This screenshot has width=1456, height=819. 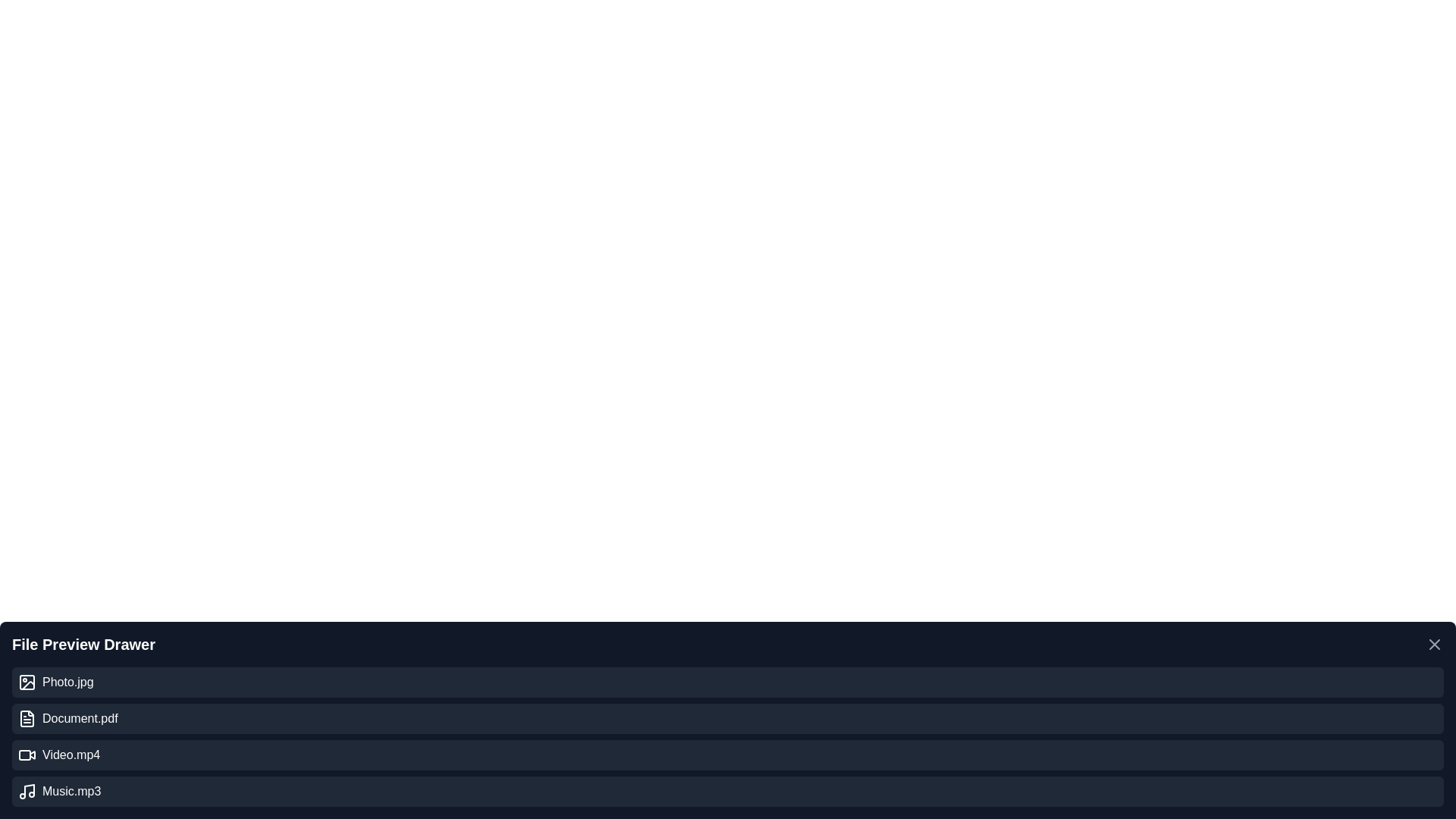 I want to click on the small video camera icon, which is located to the left of the filename 'Video.mp4' in the 'File Preview Drawer' interface, so click(x=27, y=755).